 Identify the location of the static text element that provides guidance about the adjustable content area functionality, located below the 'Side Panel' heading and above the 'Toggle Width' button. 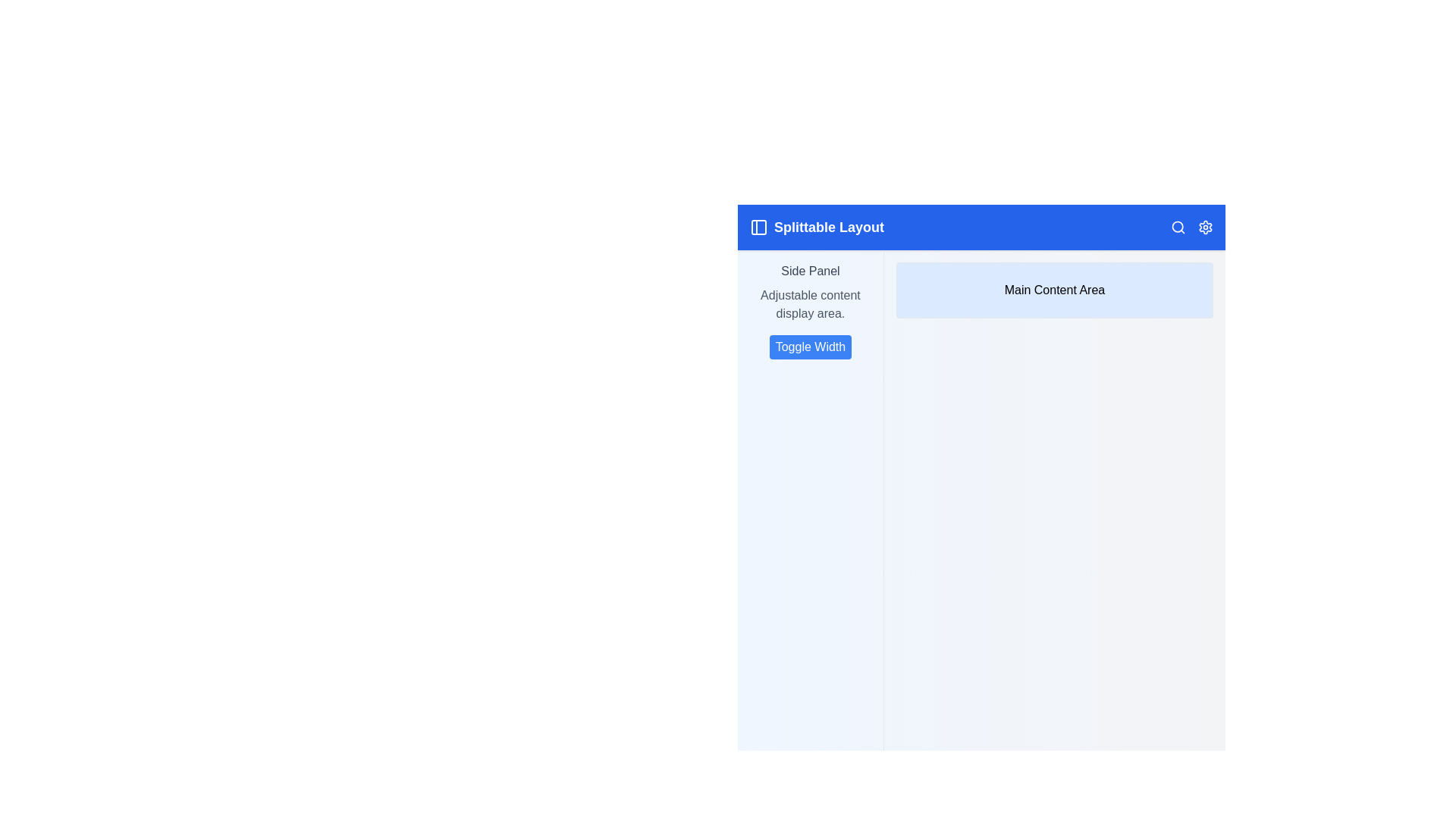
(809, 304).